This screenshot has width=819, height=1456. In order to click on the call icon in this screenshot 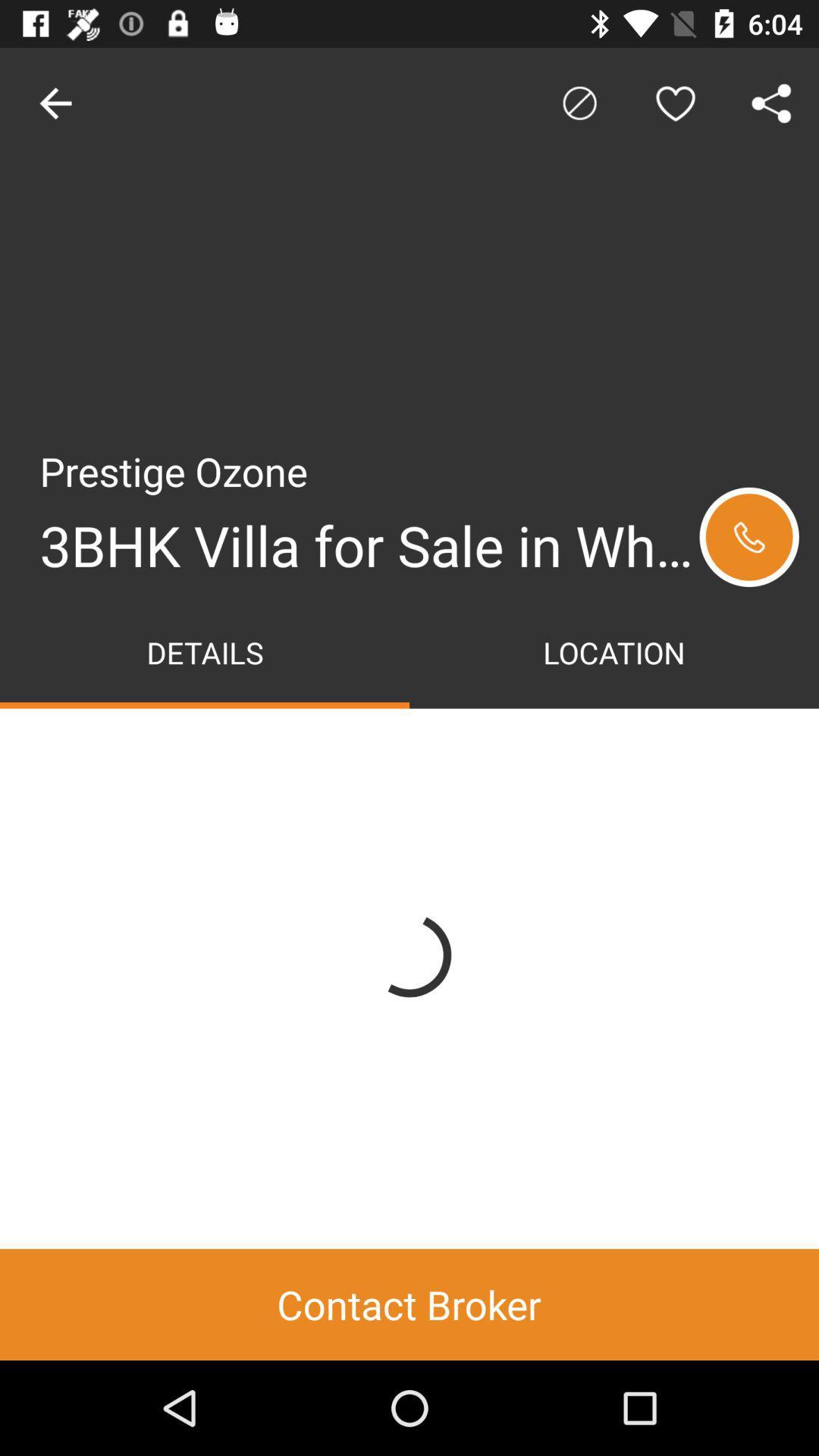, I will do `click(748, 537)`.